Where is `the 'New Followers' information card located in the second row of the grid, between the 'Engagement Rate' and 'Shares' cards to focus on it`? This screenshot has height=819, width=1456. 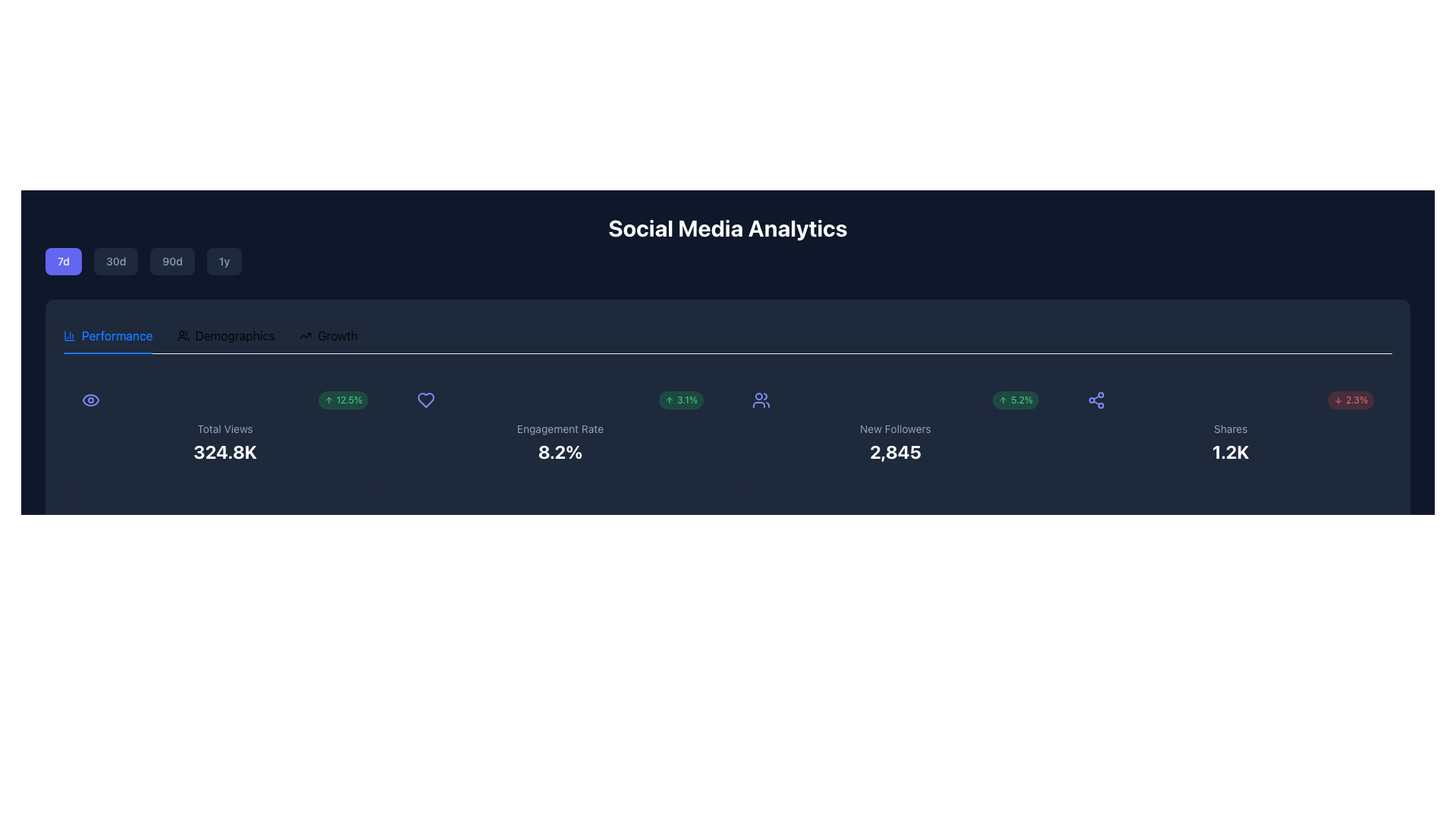
the 'New Followers' information card located in the second row of the grid, between the 'Engagement Rate' and 'Shares' cards to focus on it is located at coordinates (895, 427).